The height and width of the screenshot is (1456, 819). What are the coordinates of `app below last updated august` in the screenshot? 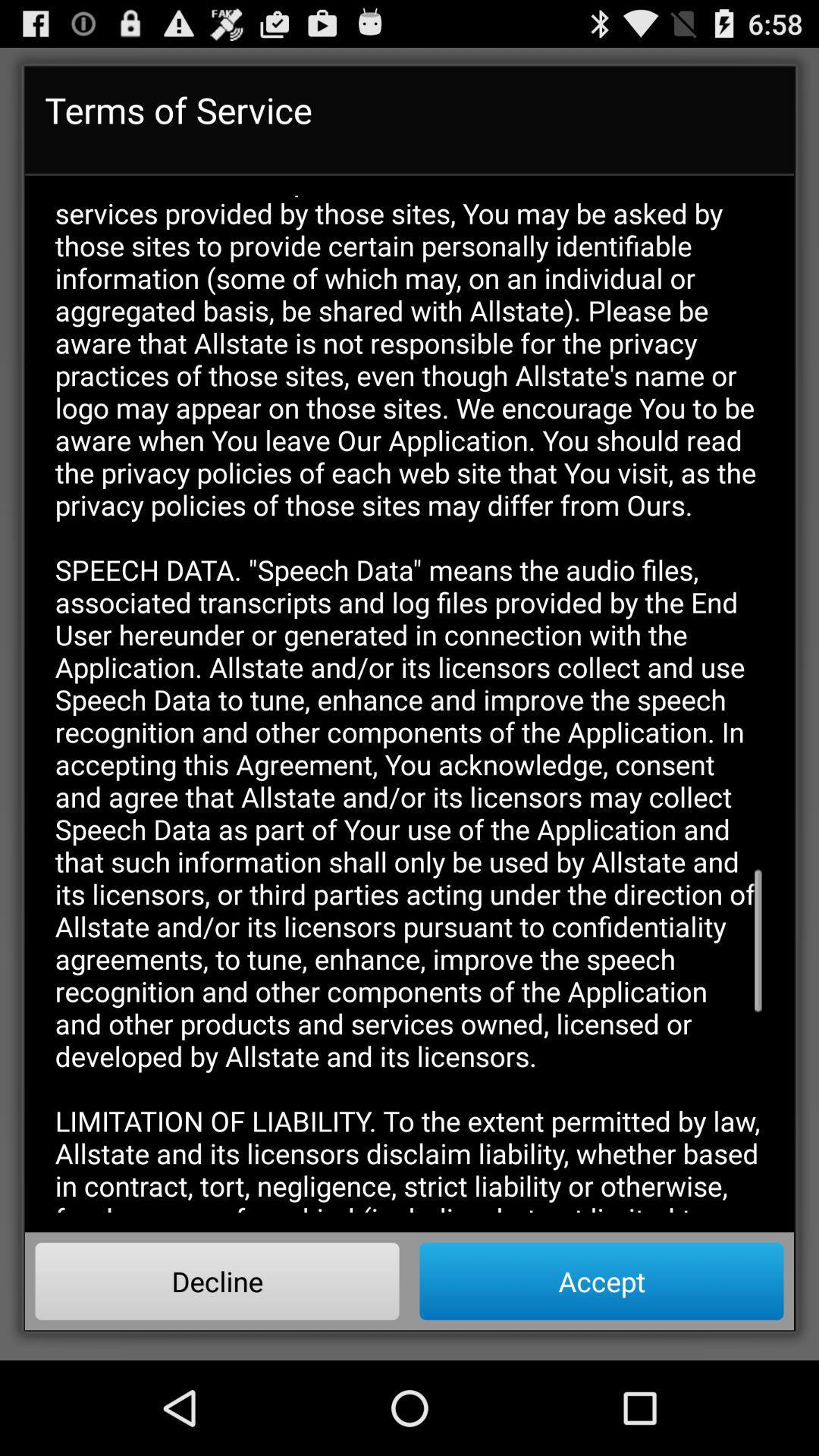 It's located at (217, 1280).